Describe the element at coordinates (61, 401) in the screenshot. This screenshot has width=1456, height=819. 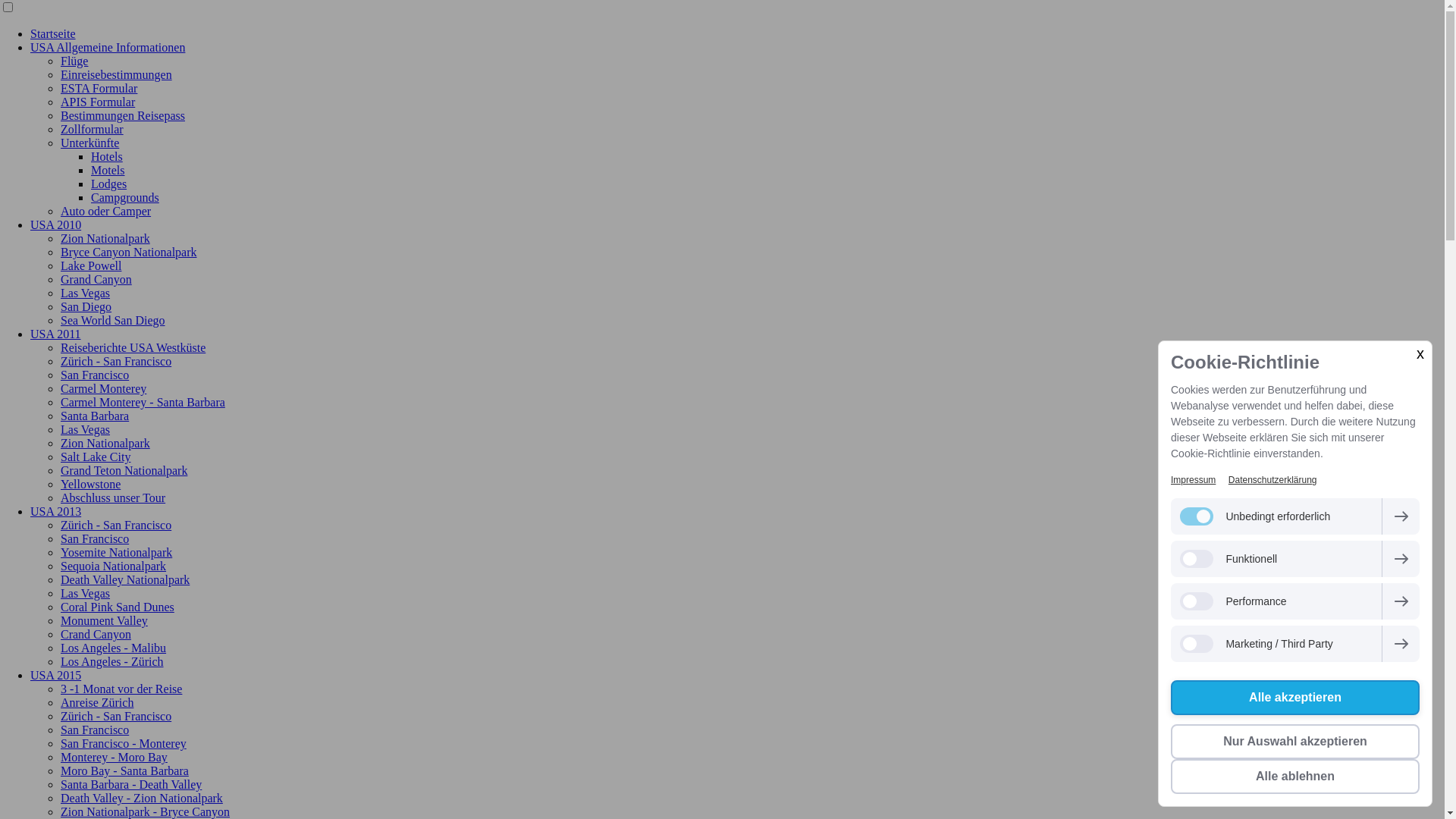
I see `'Carmel Monterey - Santa Barbara'` at that location.